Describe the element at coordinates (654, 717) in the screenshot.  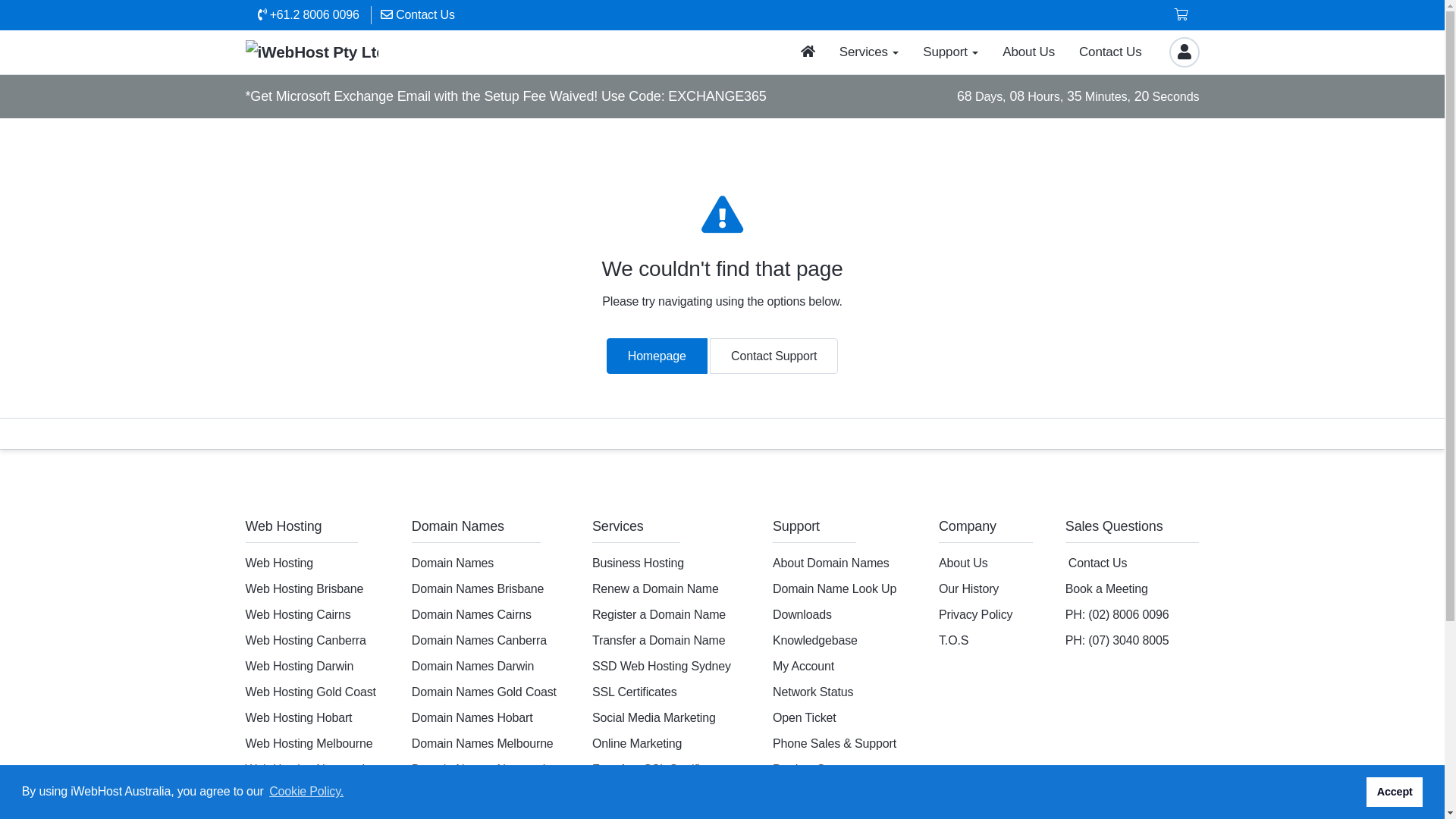
I see `'Social Media Marketing'` at that location.